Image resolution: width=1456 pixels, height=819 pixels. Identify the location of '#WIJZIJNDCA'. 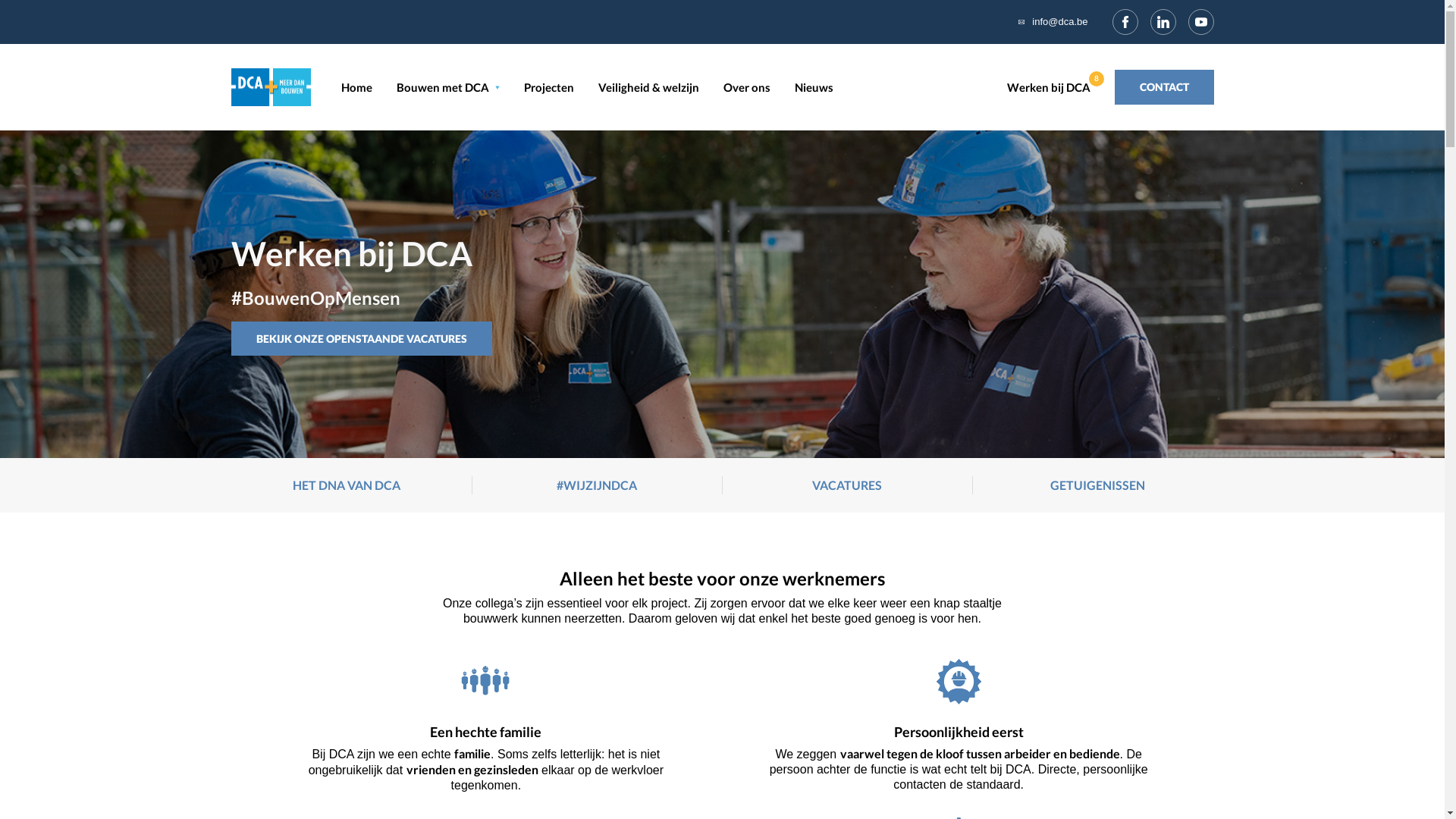
(596, 485).